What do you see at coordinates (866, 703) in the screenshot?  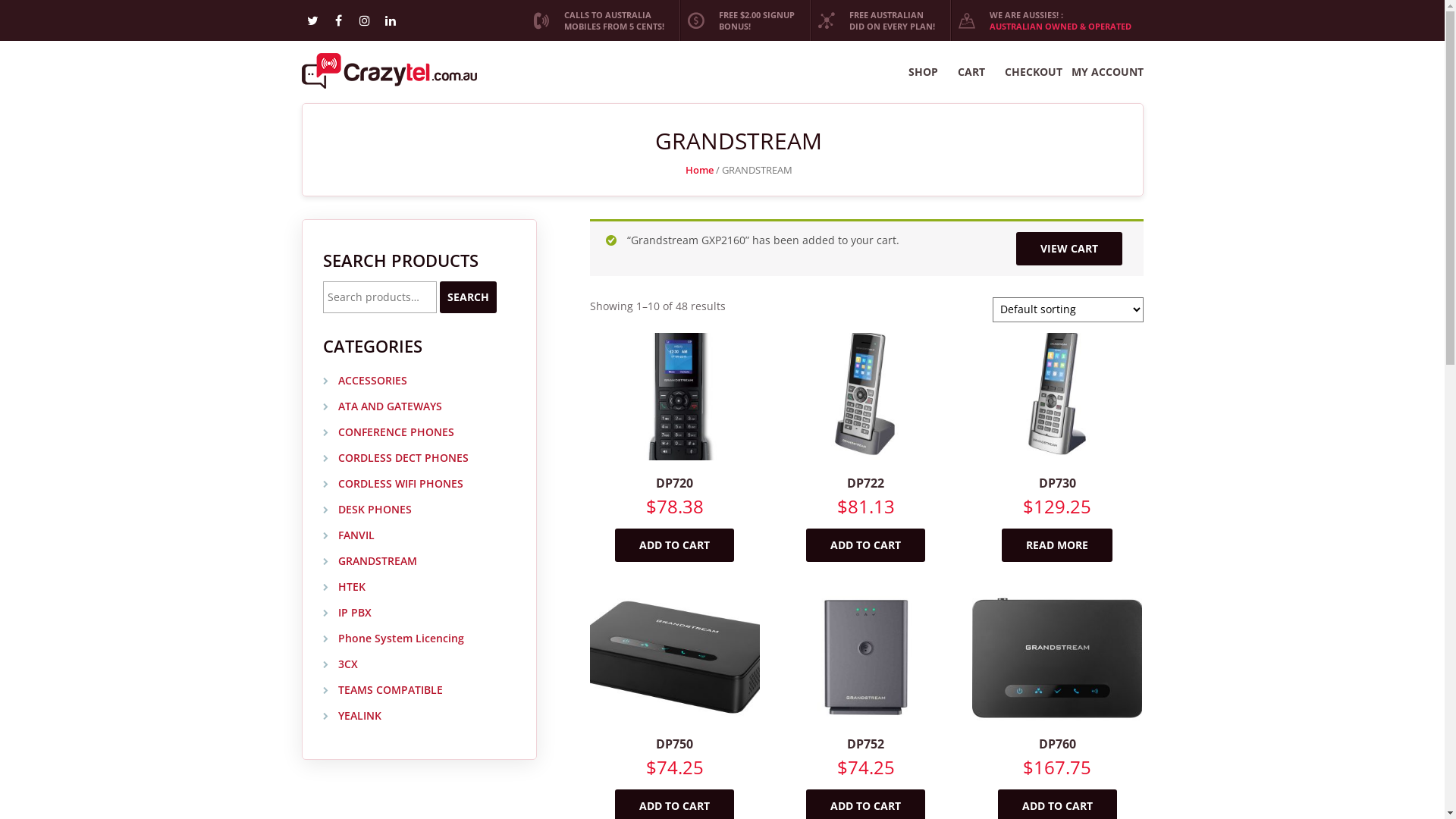 I see `'DP752` at bounding box center [866, 703].